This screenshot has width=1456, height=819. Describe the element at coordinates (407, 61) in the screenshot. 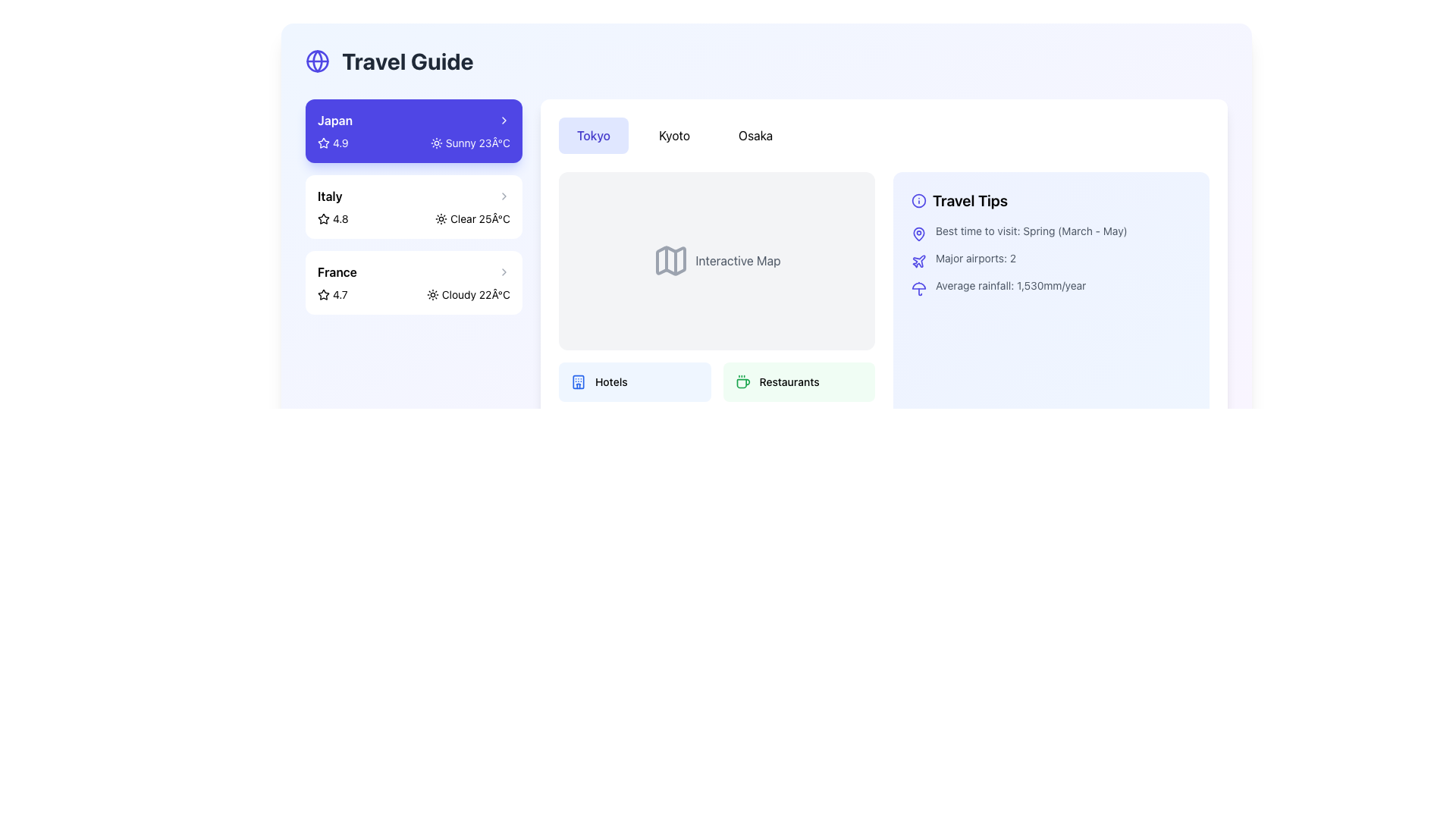

I see `the heading text 'Travel Guide'` at that location.